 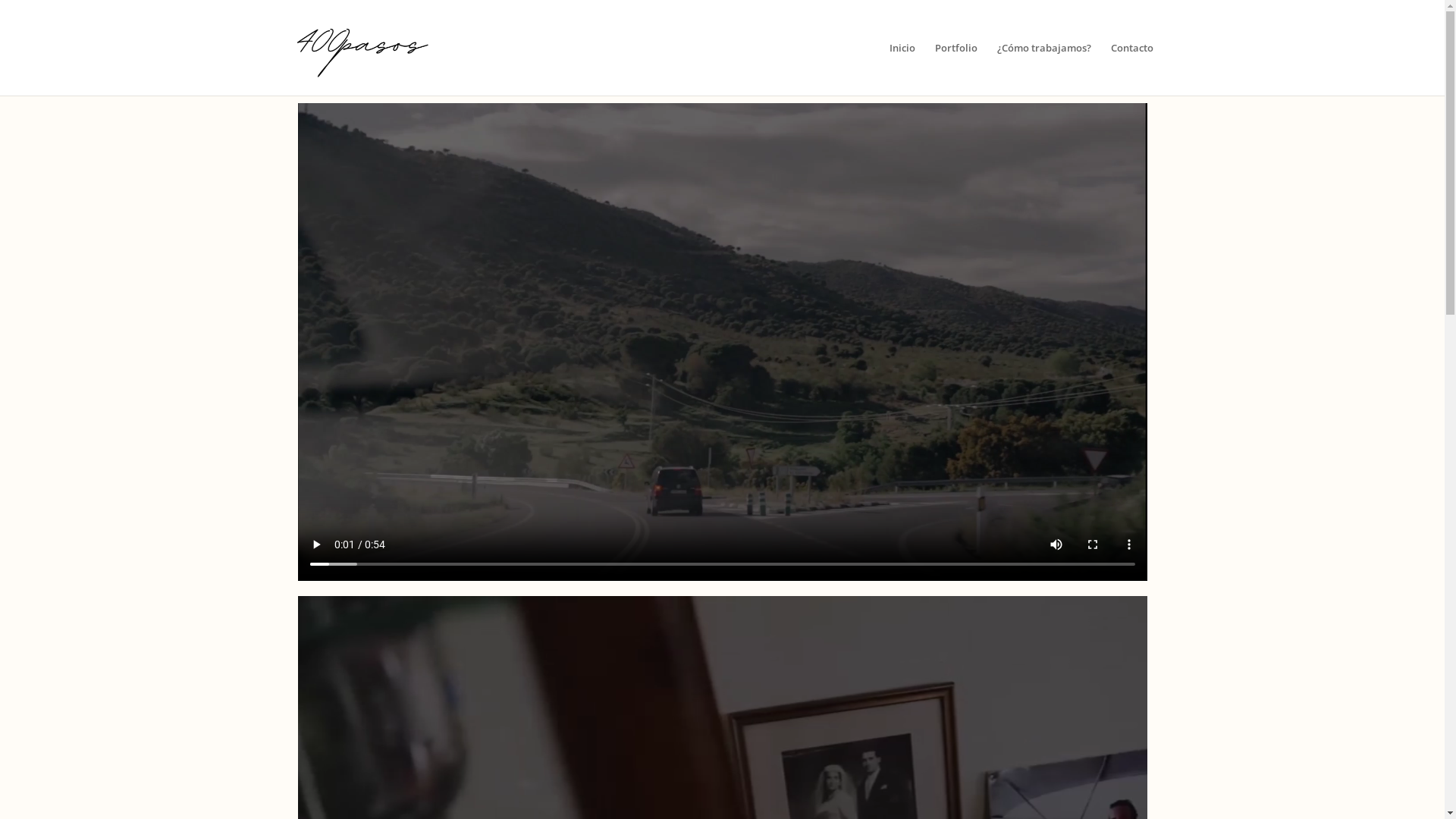 What do you see at coordinates (955, 69) in the screenshot?
I see `'Portfolio'` at bounding box center [955, 69].